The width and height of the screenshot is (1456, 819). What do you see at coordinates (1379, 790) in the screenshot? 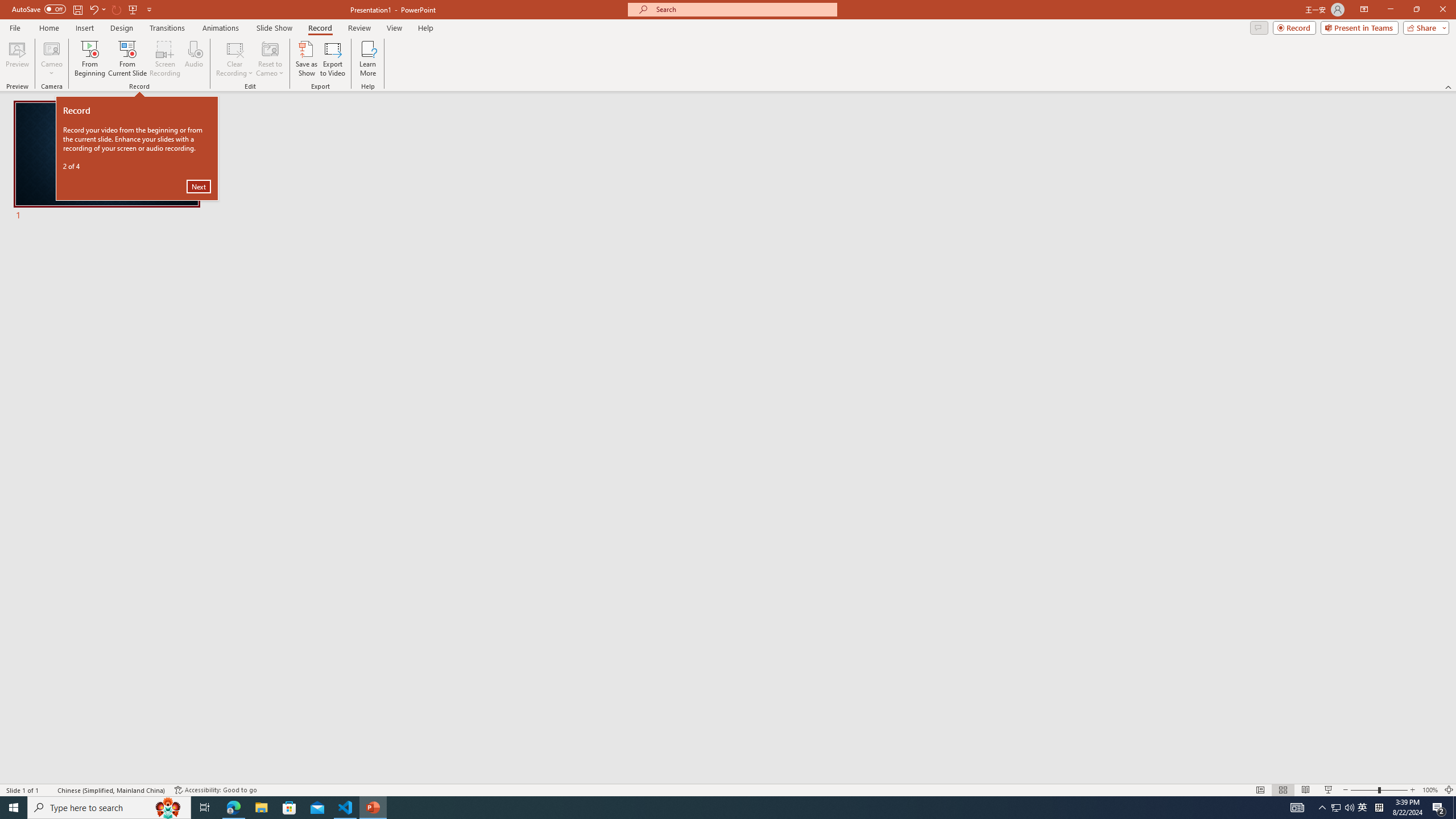
I see `'Zoom'` at bounding box center [1379, 790].